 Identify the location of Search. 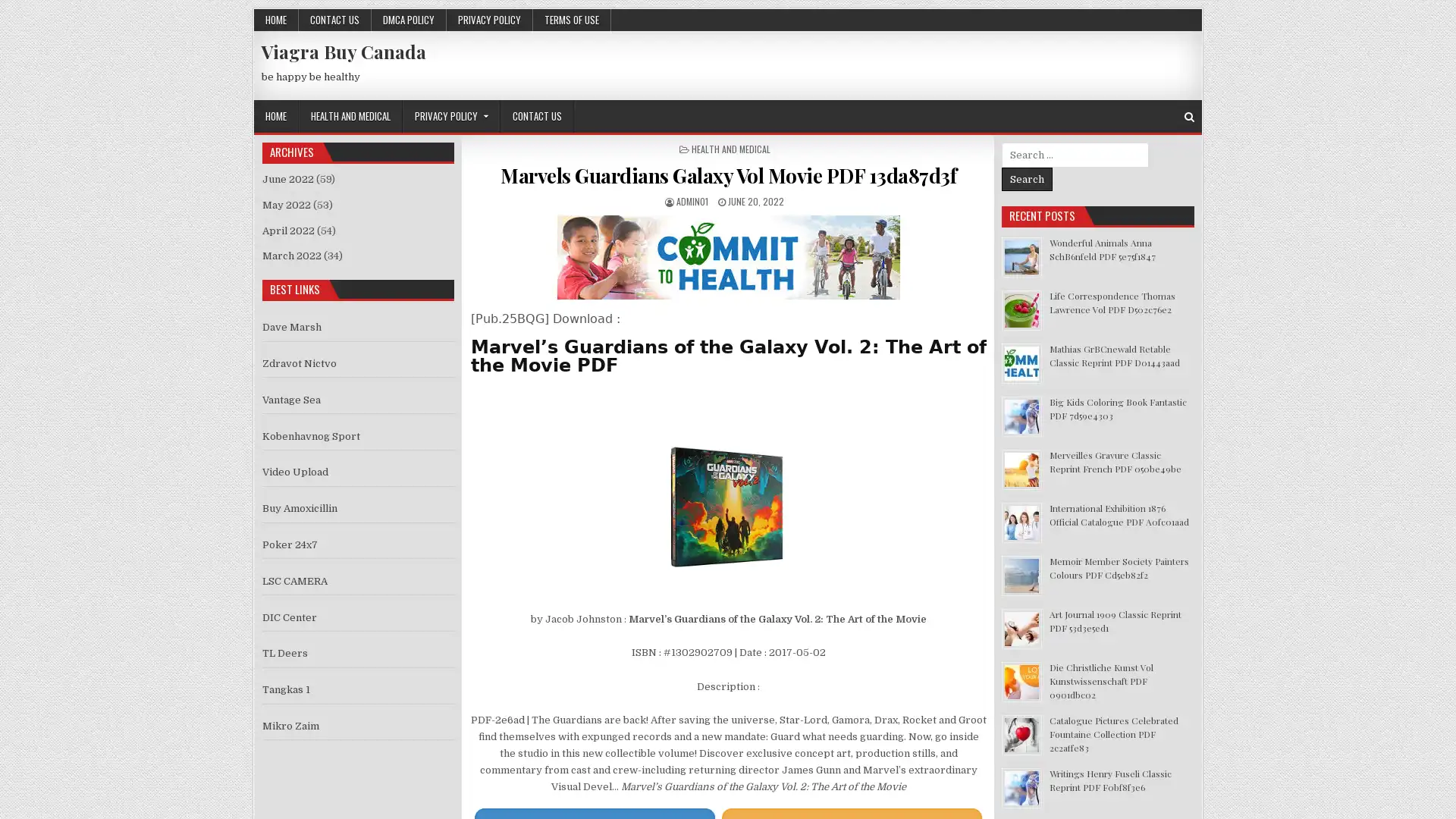
(1027, 178).